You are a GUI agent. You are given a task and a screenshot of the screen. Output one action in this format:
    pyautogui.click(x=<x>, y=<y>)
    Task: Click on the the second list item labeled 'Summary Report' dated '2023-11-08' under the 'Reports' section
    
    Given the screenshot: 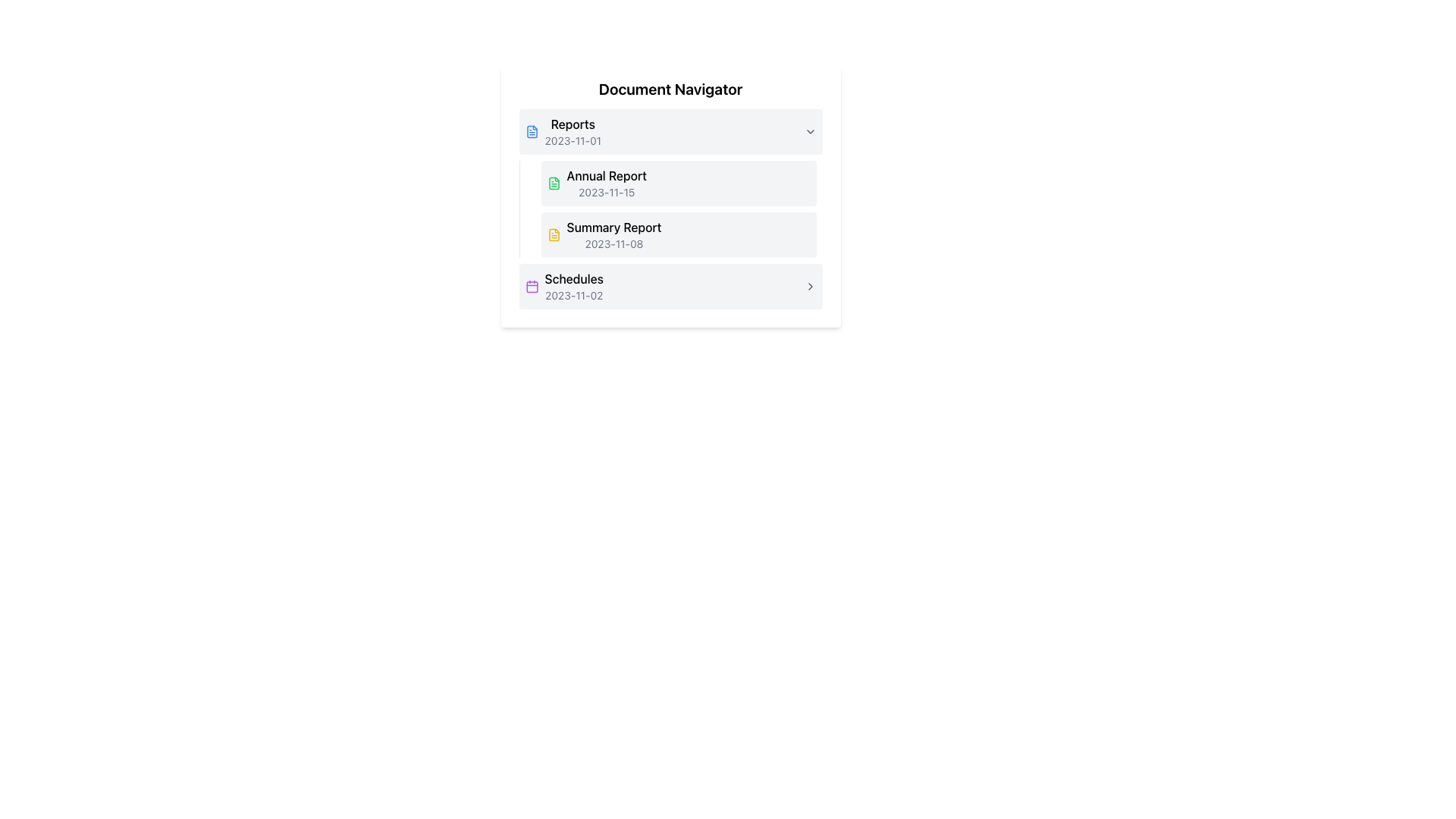 What is the action you would take?
    pyautogui.click(x=613, y=234)
    